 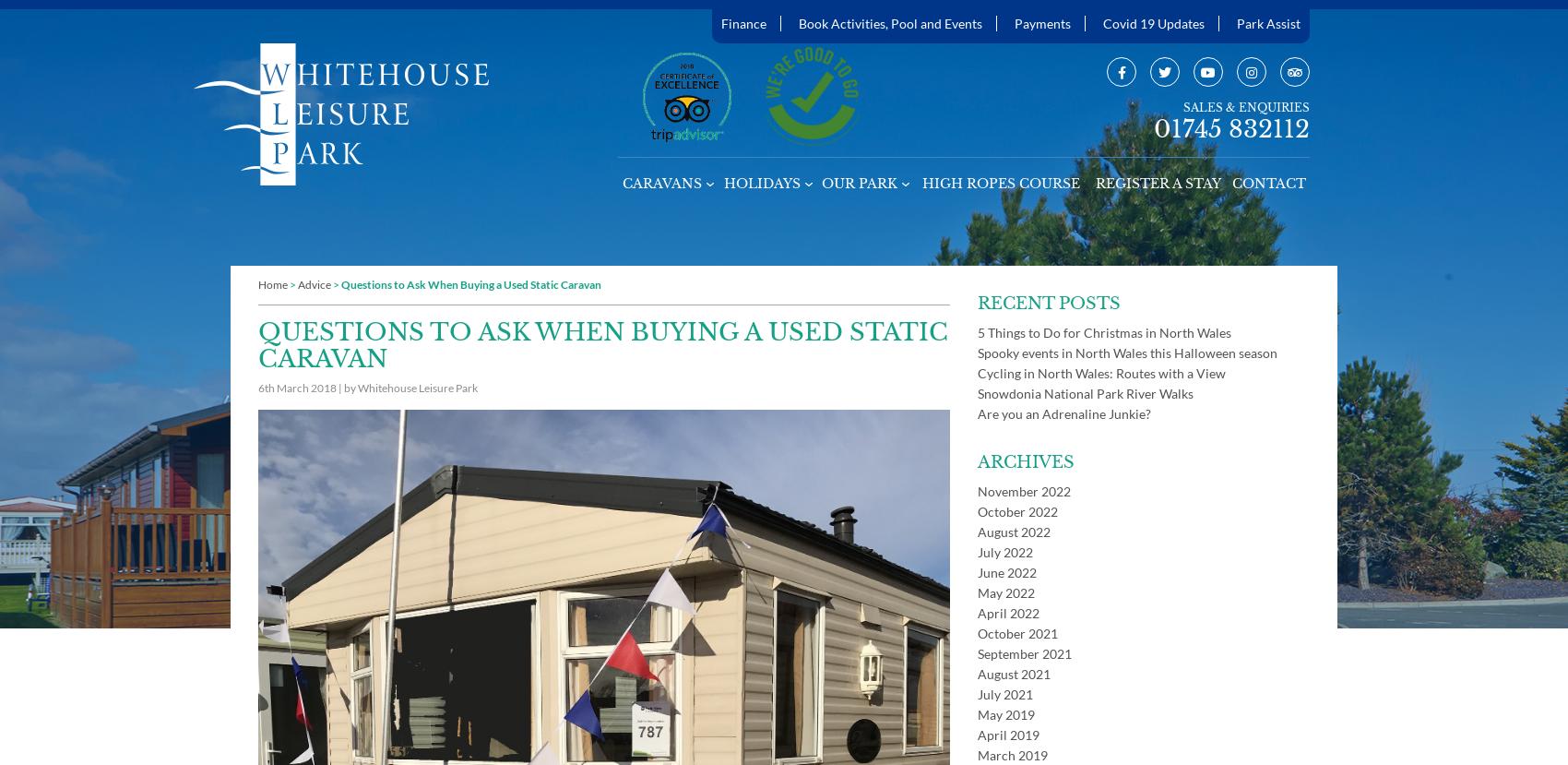 I want to click on 'Recent Posts', so click(x=1049, y=304).